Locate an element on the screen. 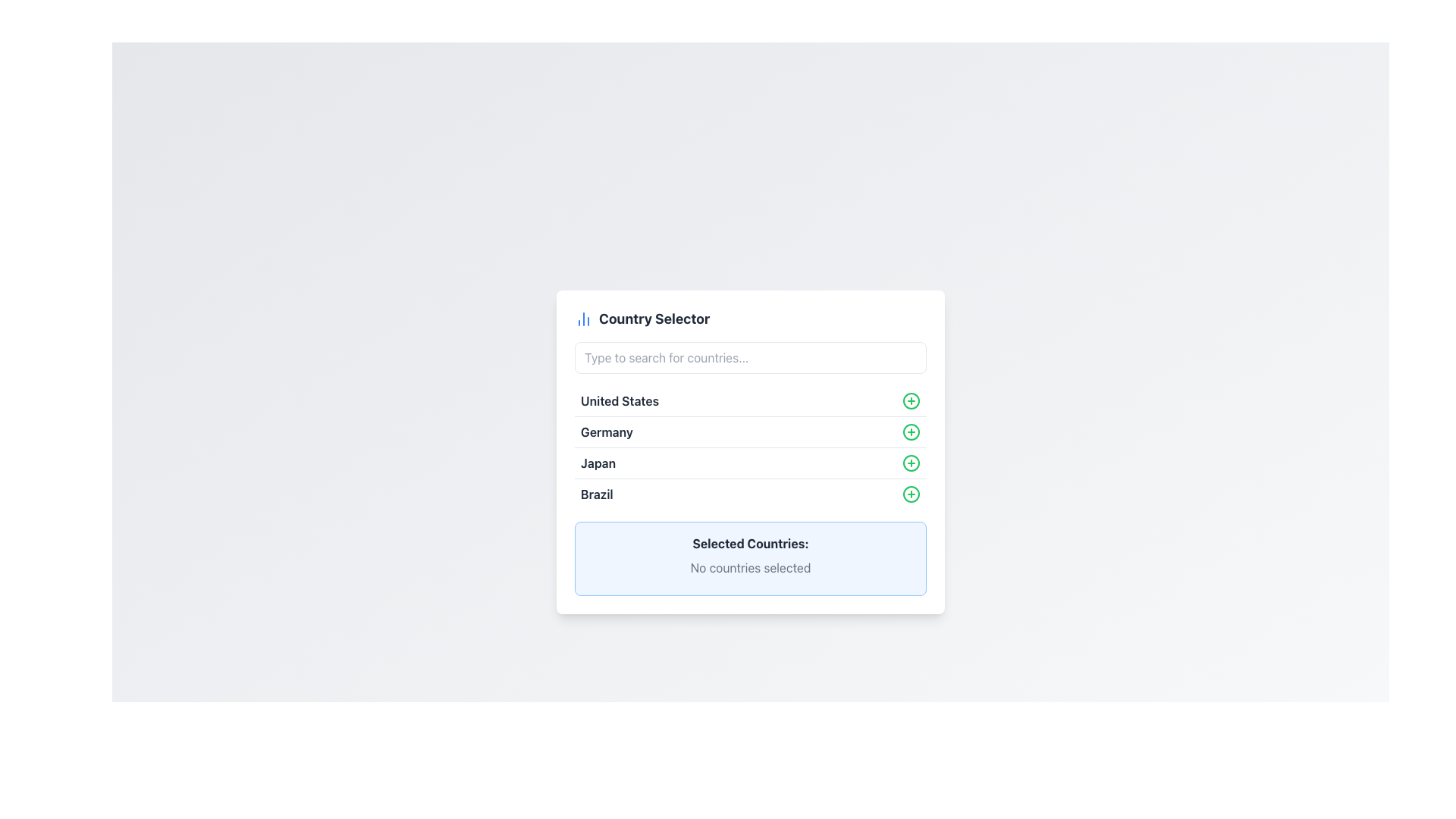 The height and width of the screenshot is (819, 1456). the central circular shape in the 'plus' icon next to the 'Japan' entry in the list is located at coordinates (910, 461).